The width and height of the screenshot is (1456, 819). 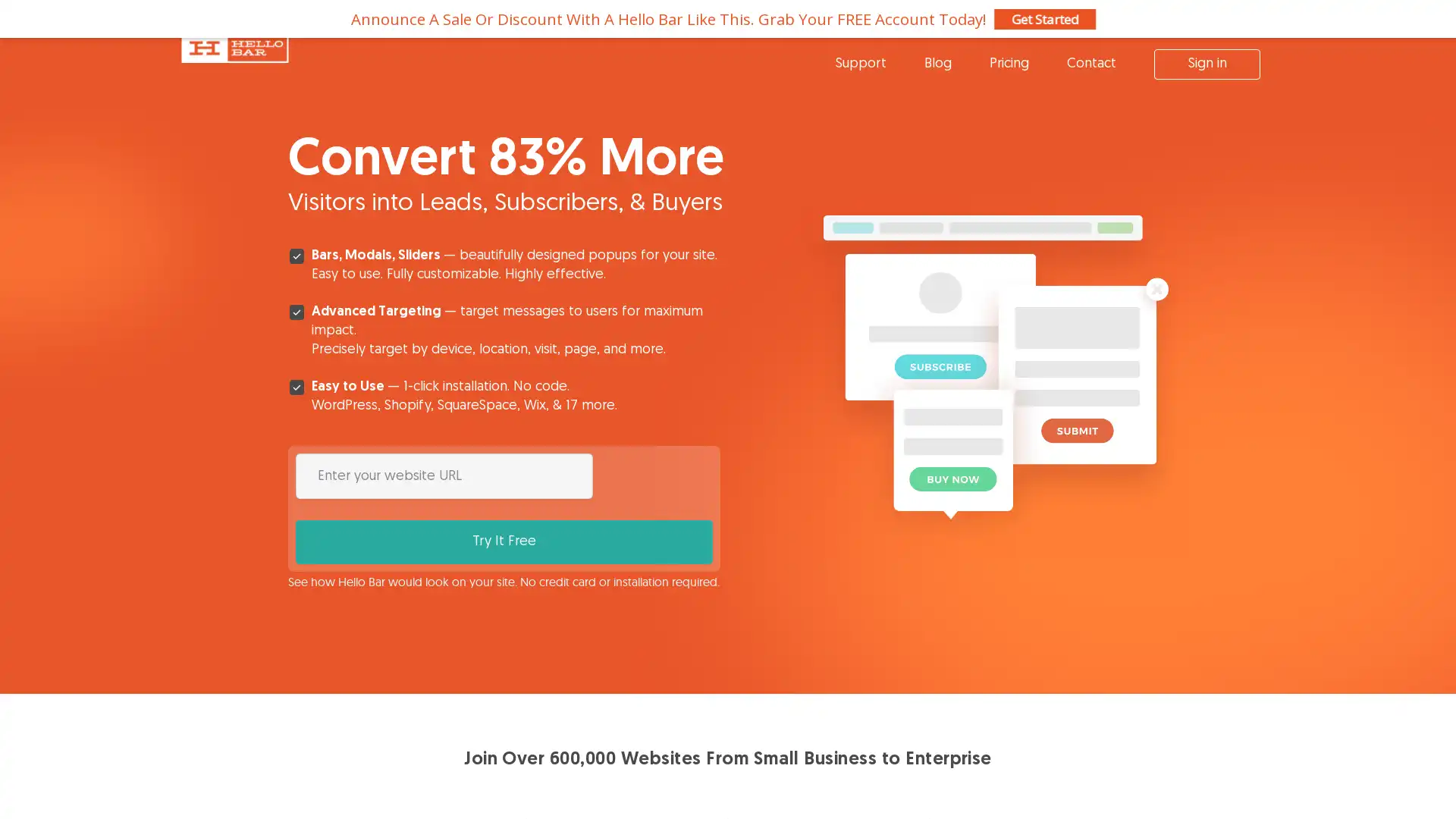 I want to click on Try It Free, so click(x=656, y=475).